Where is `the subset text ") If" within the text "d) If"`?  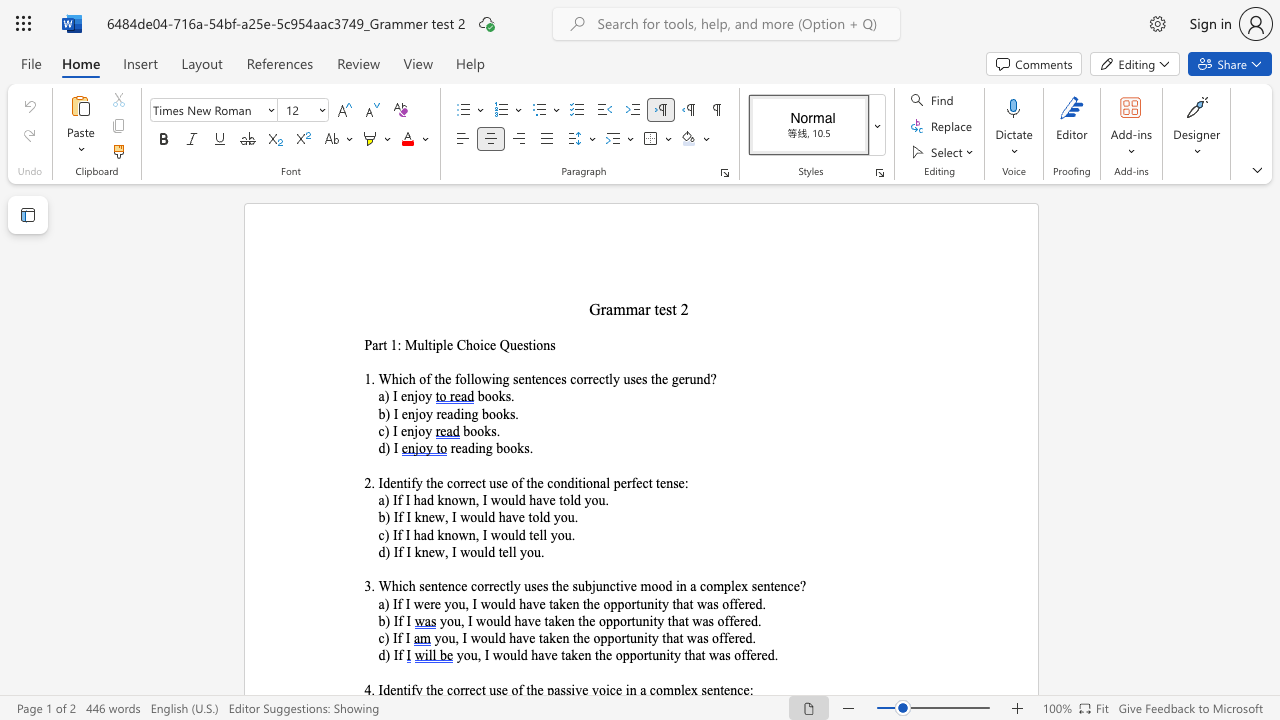 the subset text ") If" within the text "d) If" is located at coordinates (385, 655).